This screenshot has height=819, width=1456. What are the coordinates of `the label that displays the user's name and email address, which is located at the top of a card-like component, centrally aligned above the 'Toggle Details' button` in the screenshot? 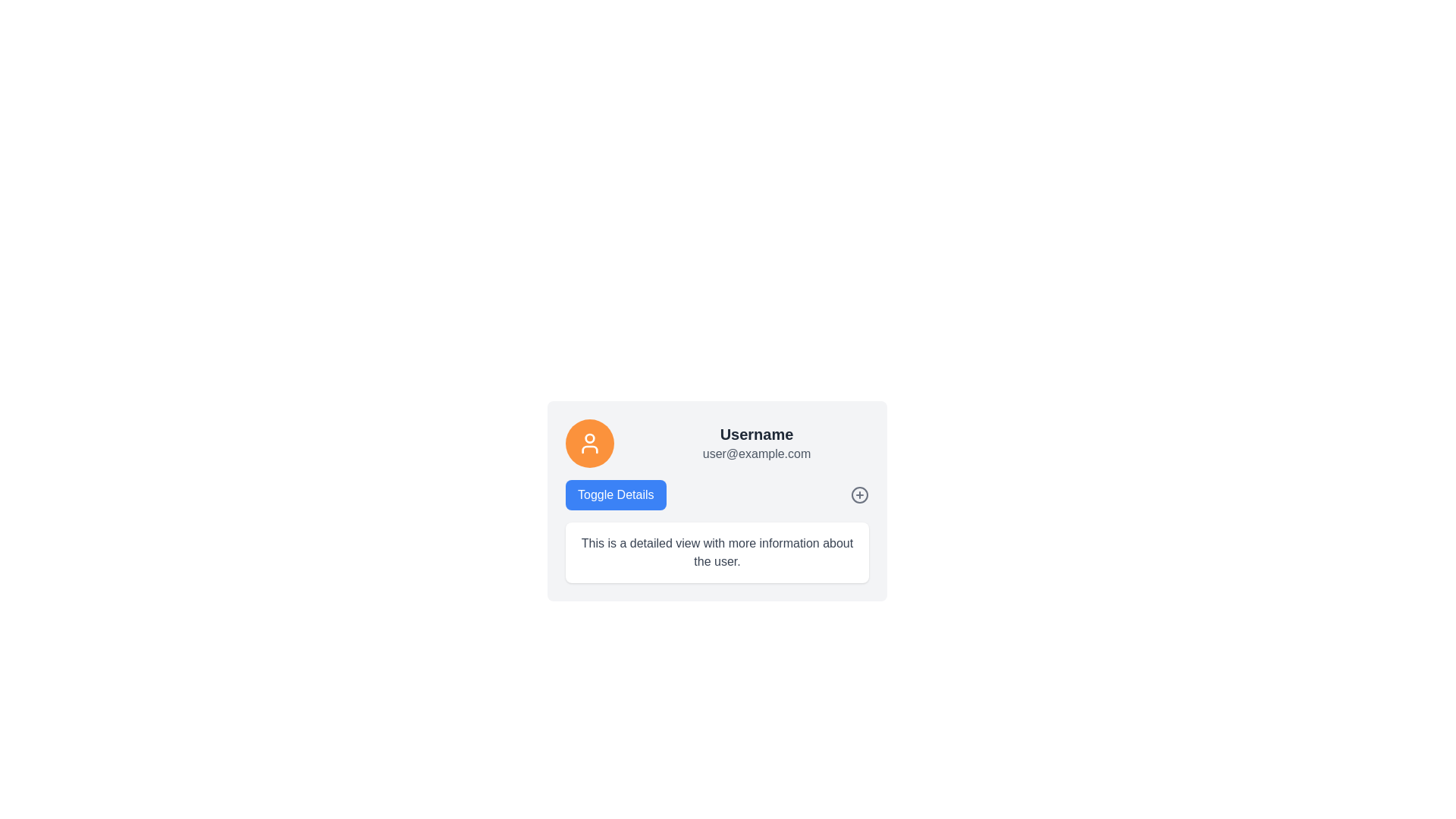 It's located at (716, 444).